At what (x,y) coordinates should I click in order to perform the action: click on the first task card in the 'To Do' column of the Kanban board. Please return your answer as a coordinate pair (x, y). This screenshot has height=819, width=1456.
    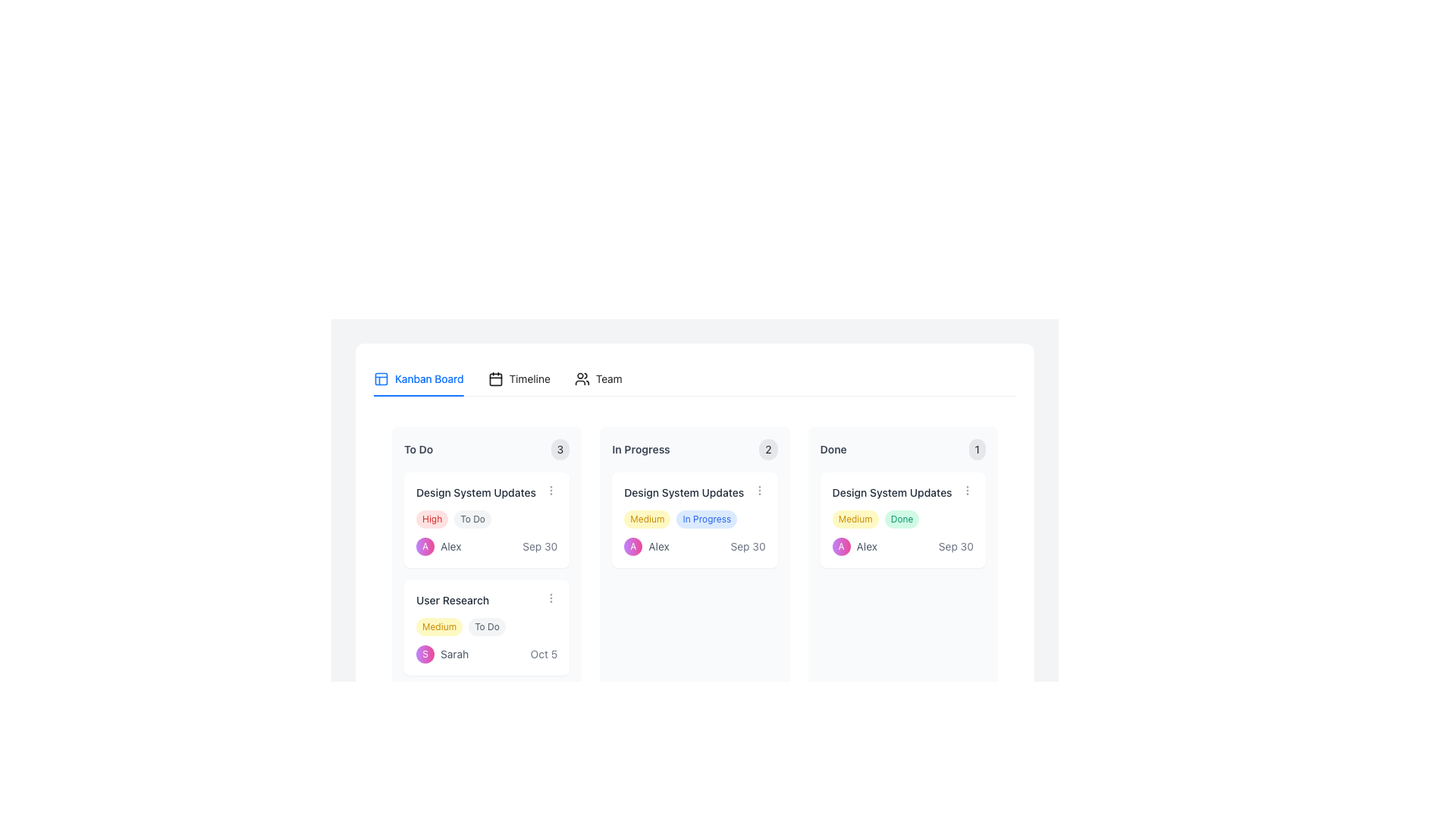
    Looking at the image, I should click on (487, 519).